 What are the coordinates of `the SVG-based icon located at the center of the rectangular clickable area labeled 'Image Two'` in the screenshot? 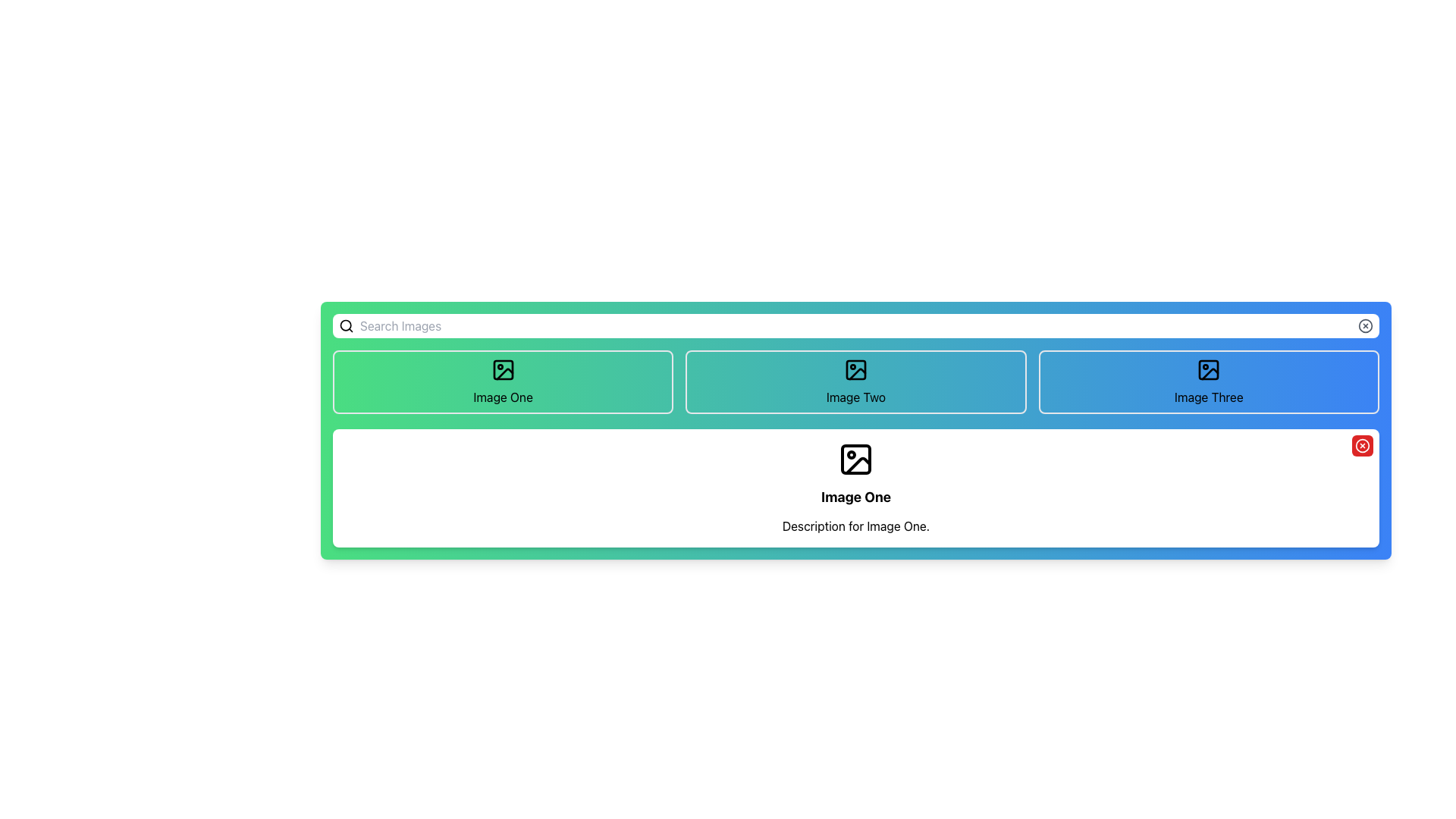 It's located at (855, 370).